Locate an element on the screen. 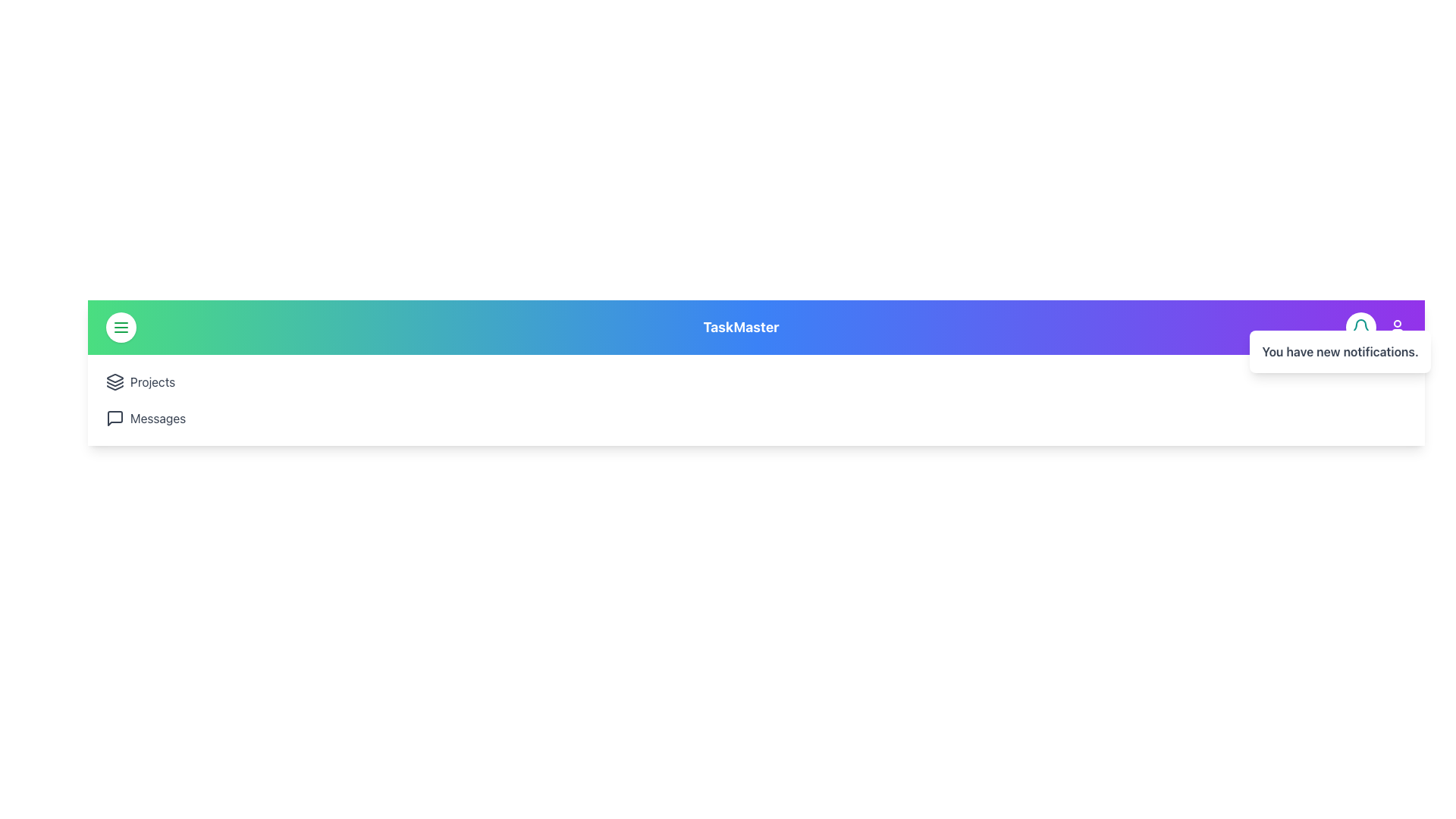 The image size is (1456, 819). the 'Projects' icon located in the top left region of the interface, adjacent to the text label 'Projects' is located at coordinates (115, 381).